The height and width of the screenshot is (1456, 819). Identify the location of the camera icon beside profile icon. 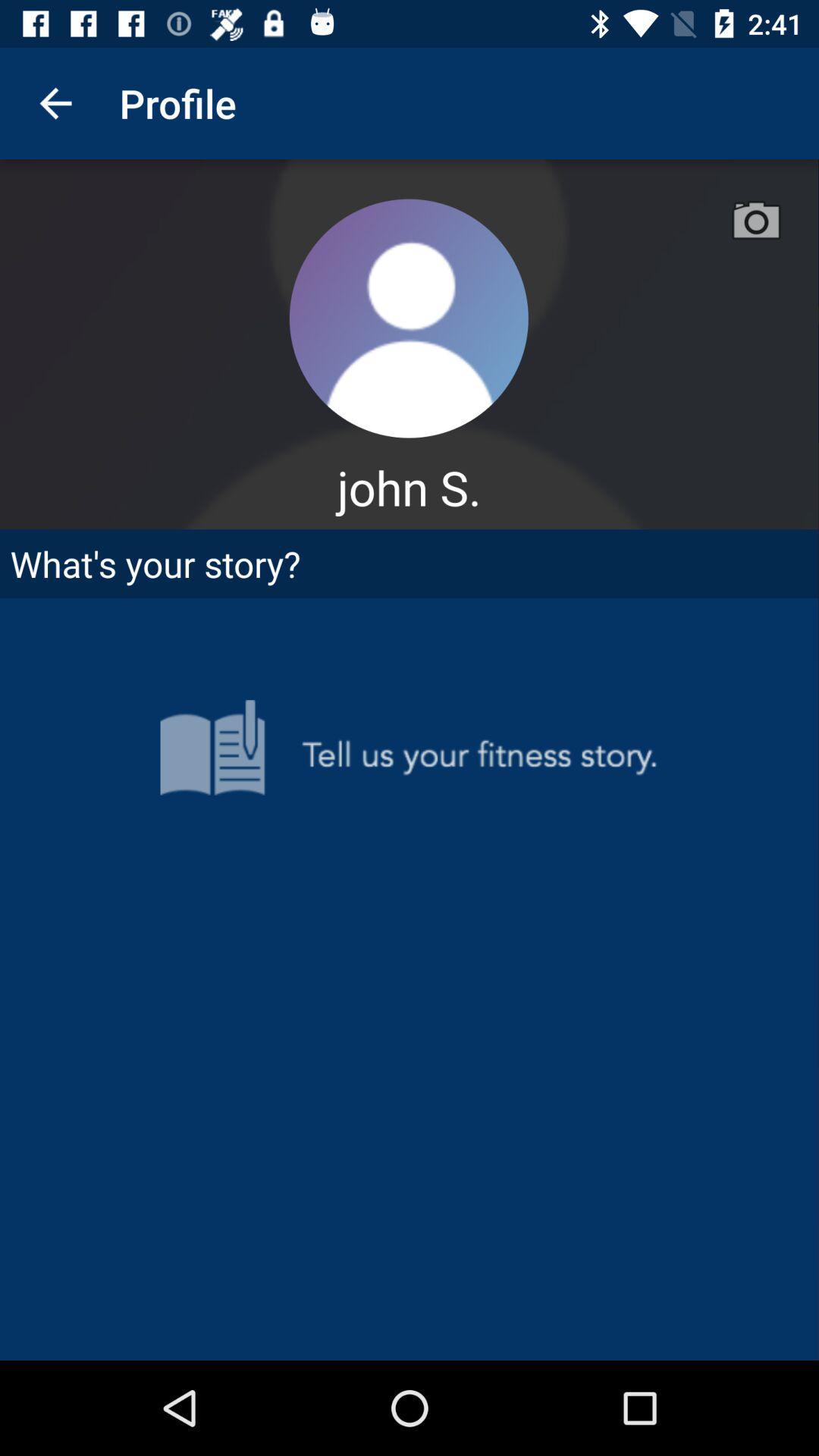
(757, 221).